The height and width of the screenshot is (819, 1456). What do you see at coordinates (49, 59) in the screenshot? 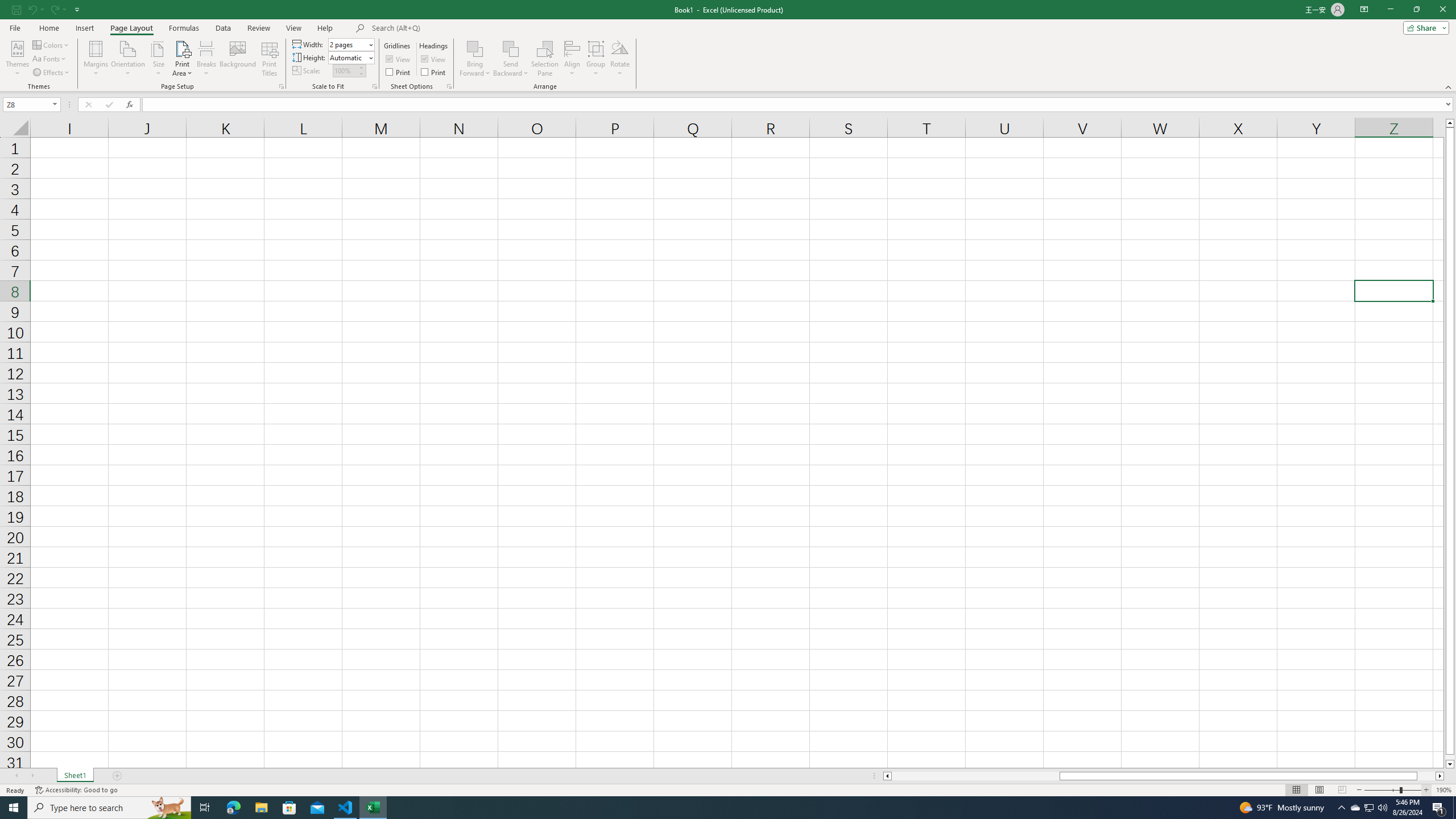
I see `'Fonts'` at bounding box center [49, 59].